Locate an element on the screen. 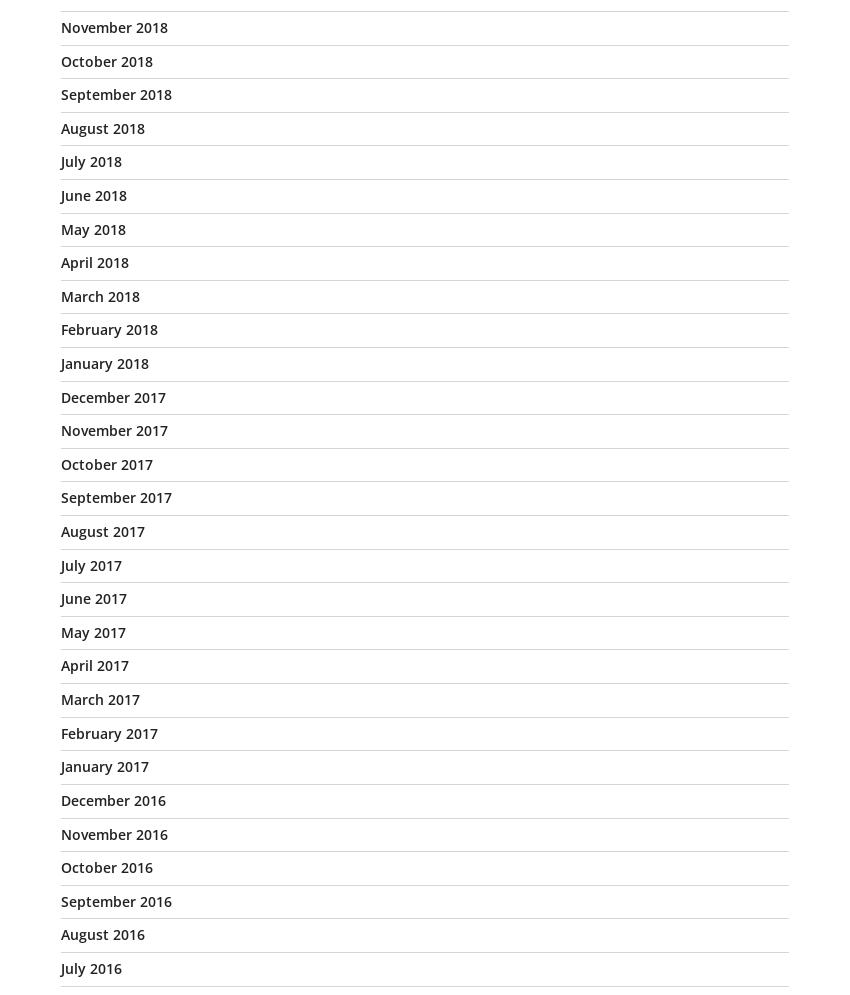 The image size is (850, 995). 'October 2017' is located at coordinates (61, 463).